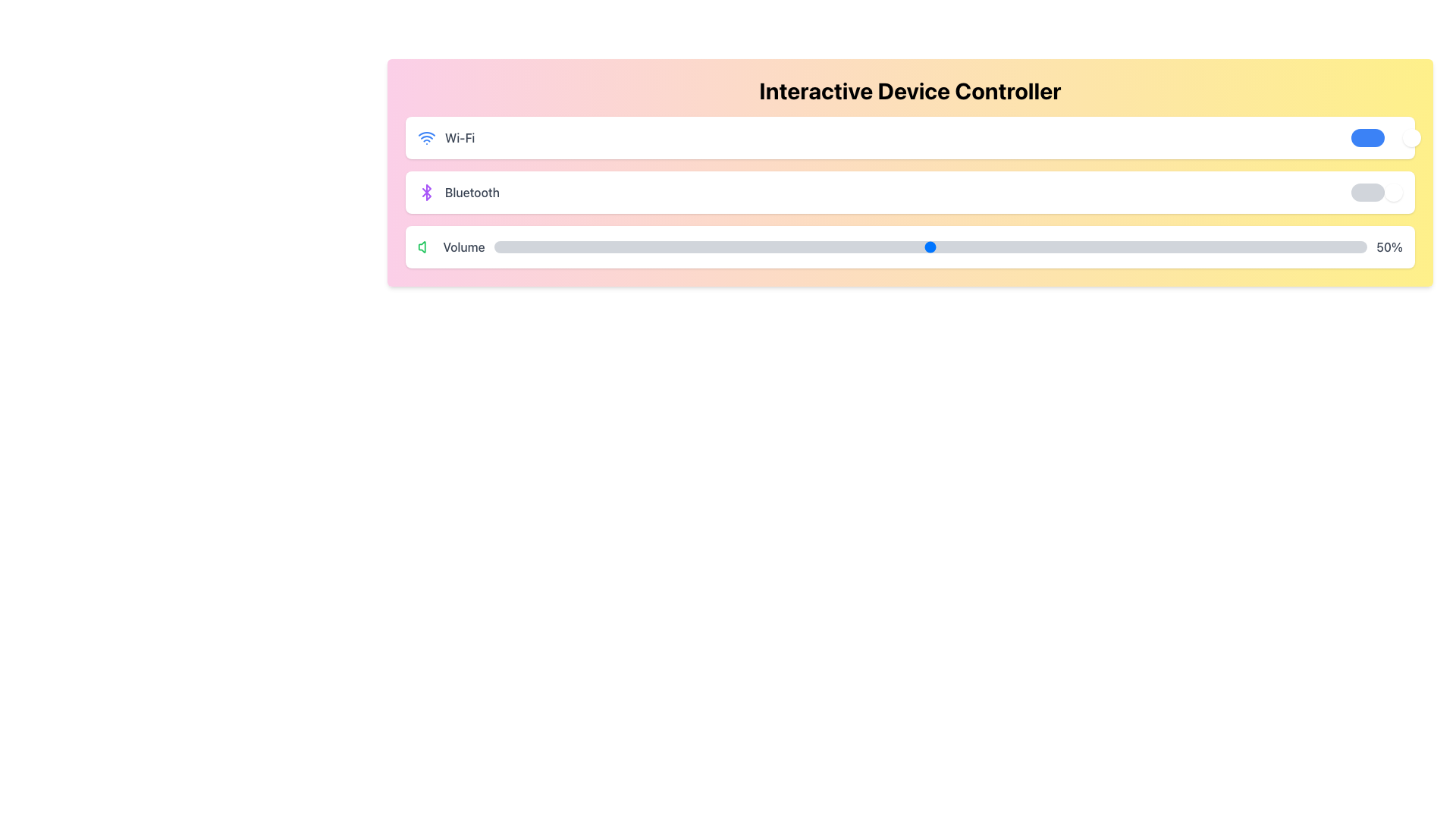 The height and width of the screenshot is (819, 1456). What do you see at coordinates (1368, 192) in the screenshot?
I see `the toggle background for the Bluetooth switch, which visually indicates the on/off state of the toggle when interacted with` at bounding box center [1368, 192].